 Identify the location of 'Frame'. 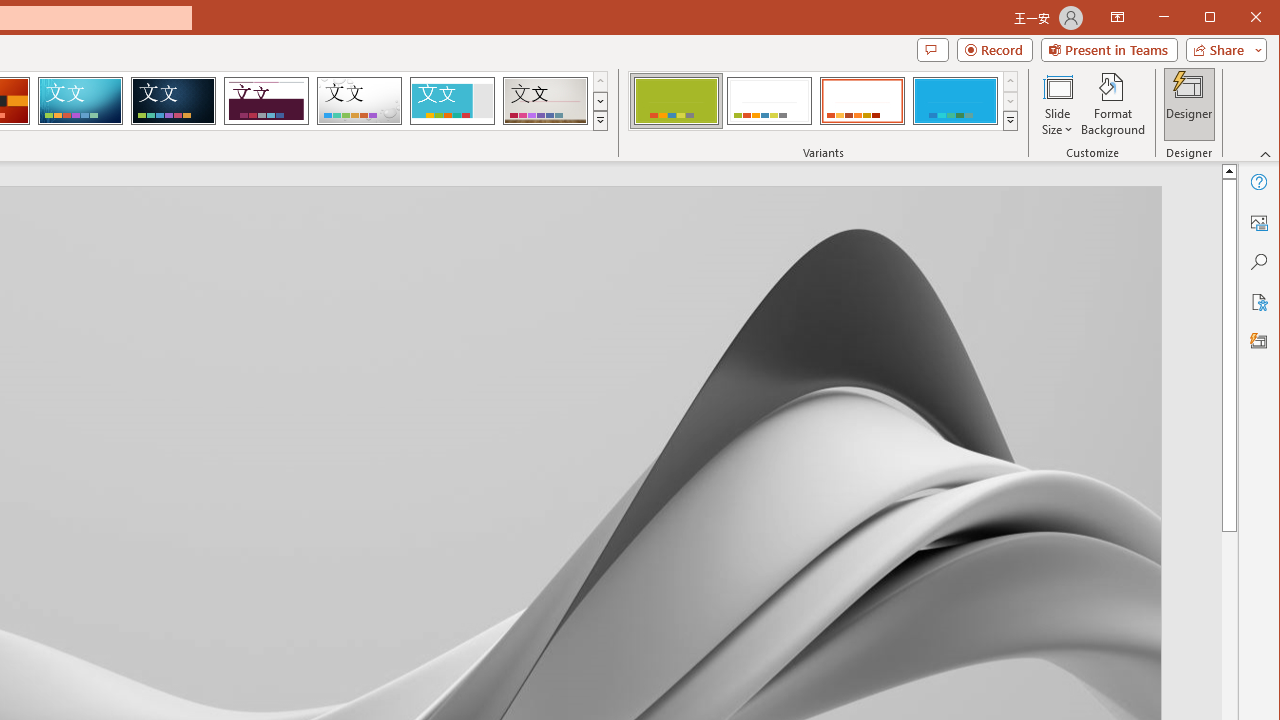
(451, 100).